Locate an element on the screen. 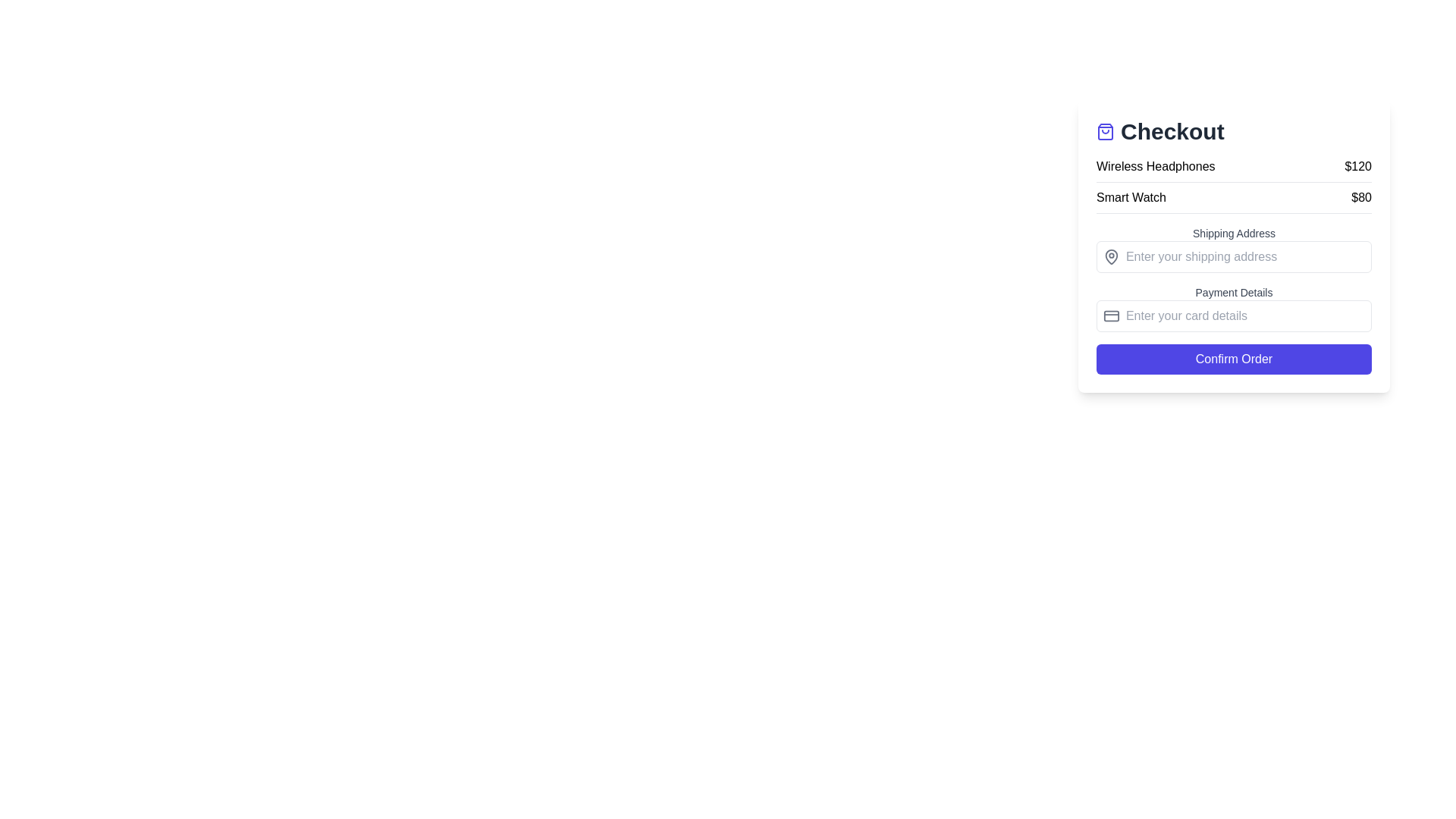 This screenshot has height=819, width=1456. the checkout section containing nested form fields and a confirmation button is located at coordinates (1234, 300).